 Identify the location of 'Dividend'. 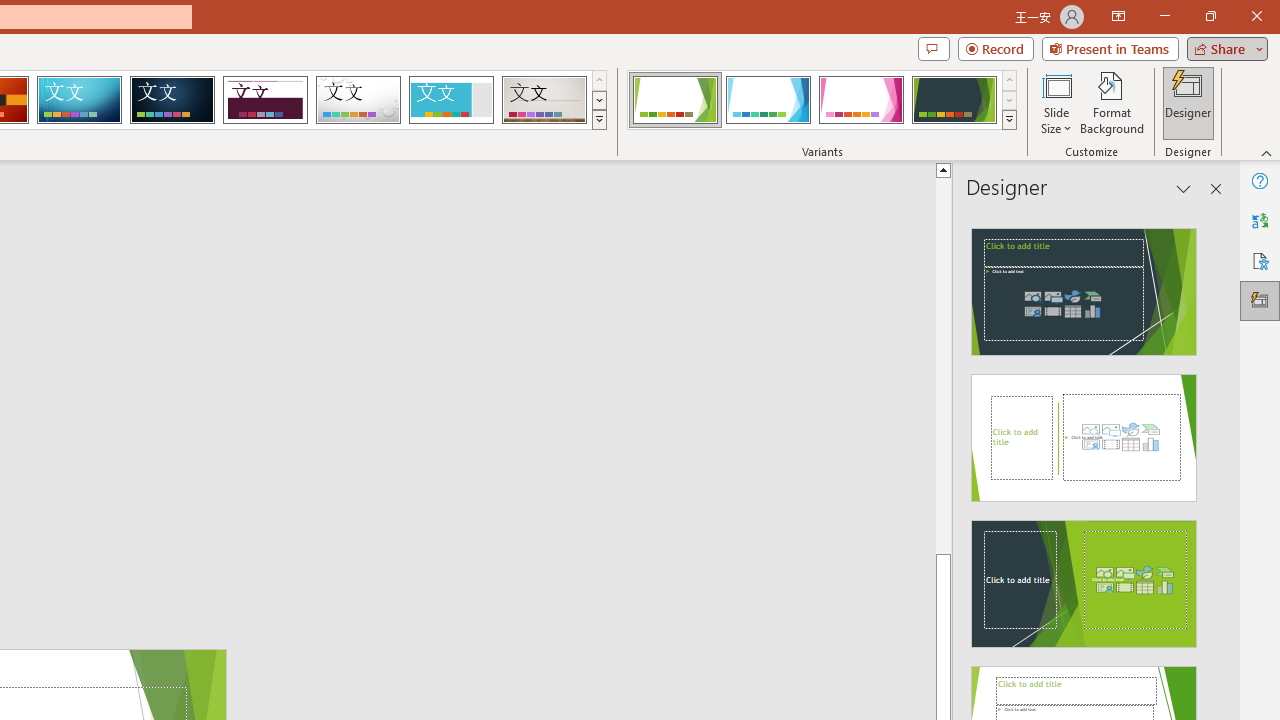
(264, 100).